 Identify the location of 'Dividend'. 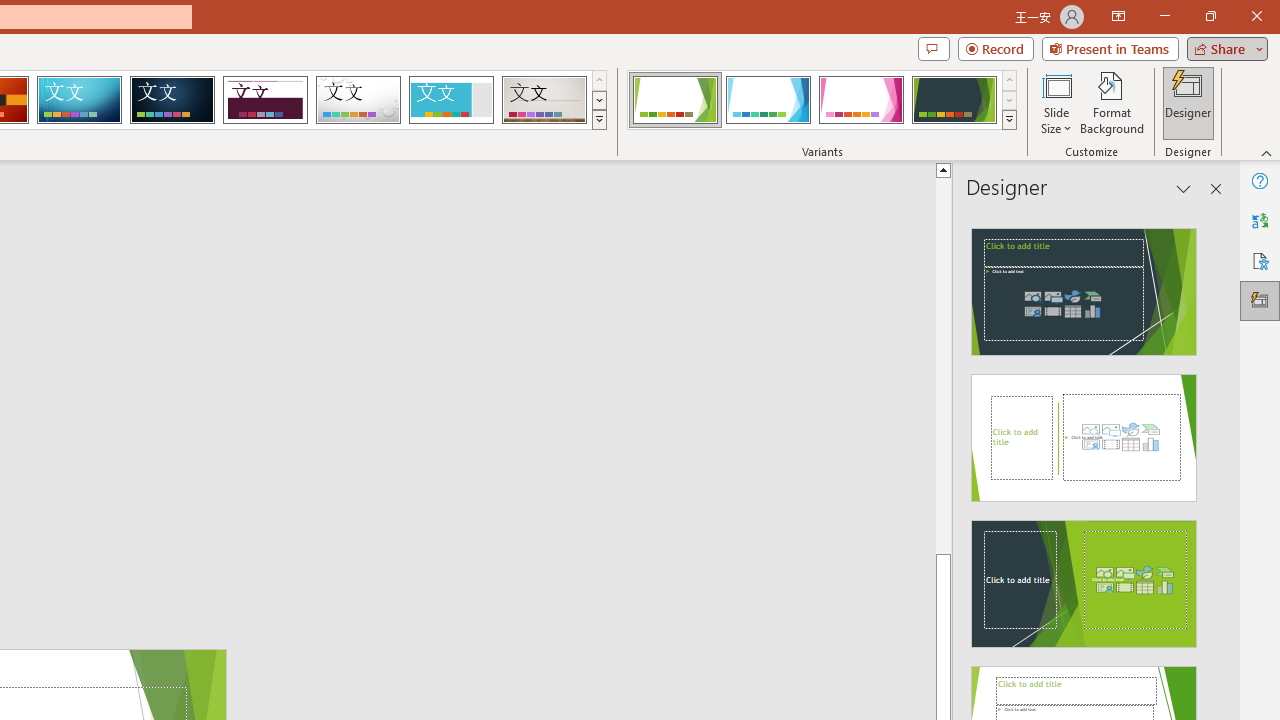
(264, 100).